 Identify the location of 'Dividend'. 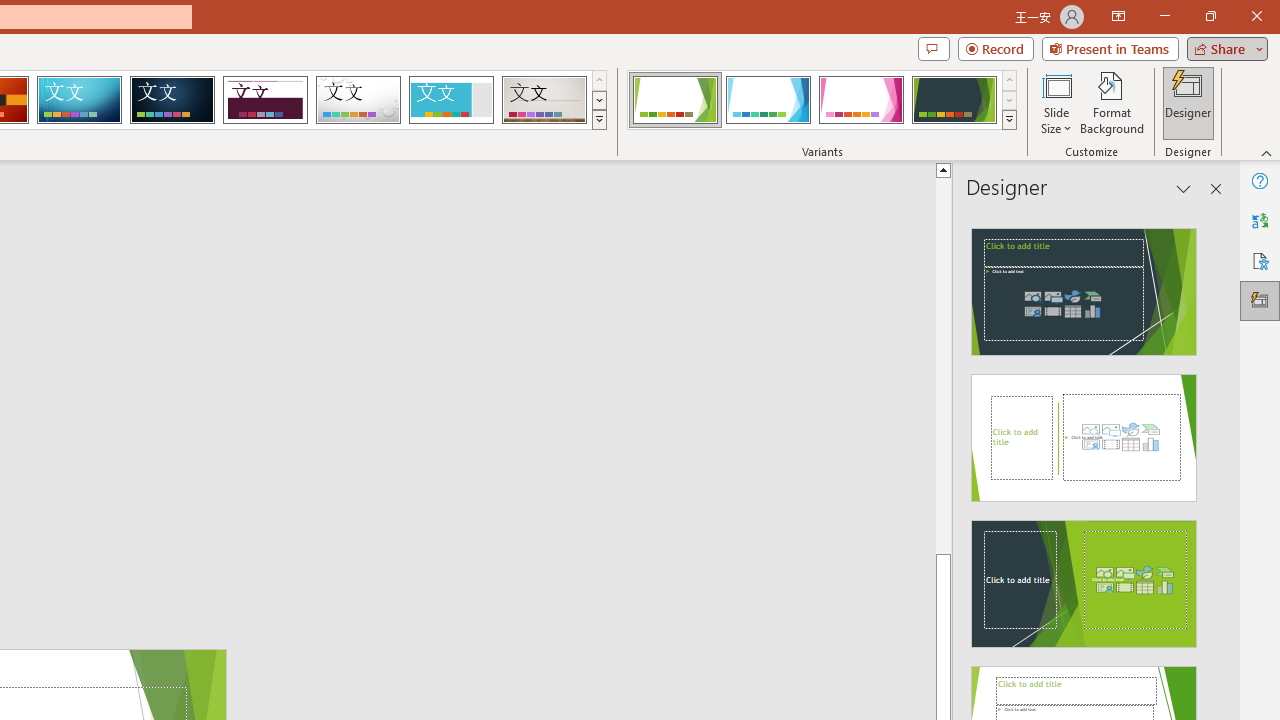
(264, 100).